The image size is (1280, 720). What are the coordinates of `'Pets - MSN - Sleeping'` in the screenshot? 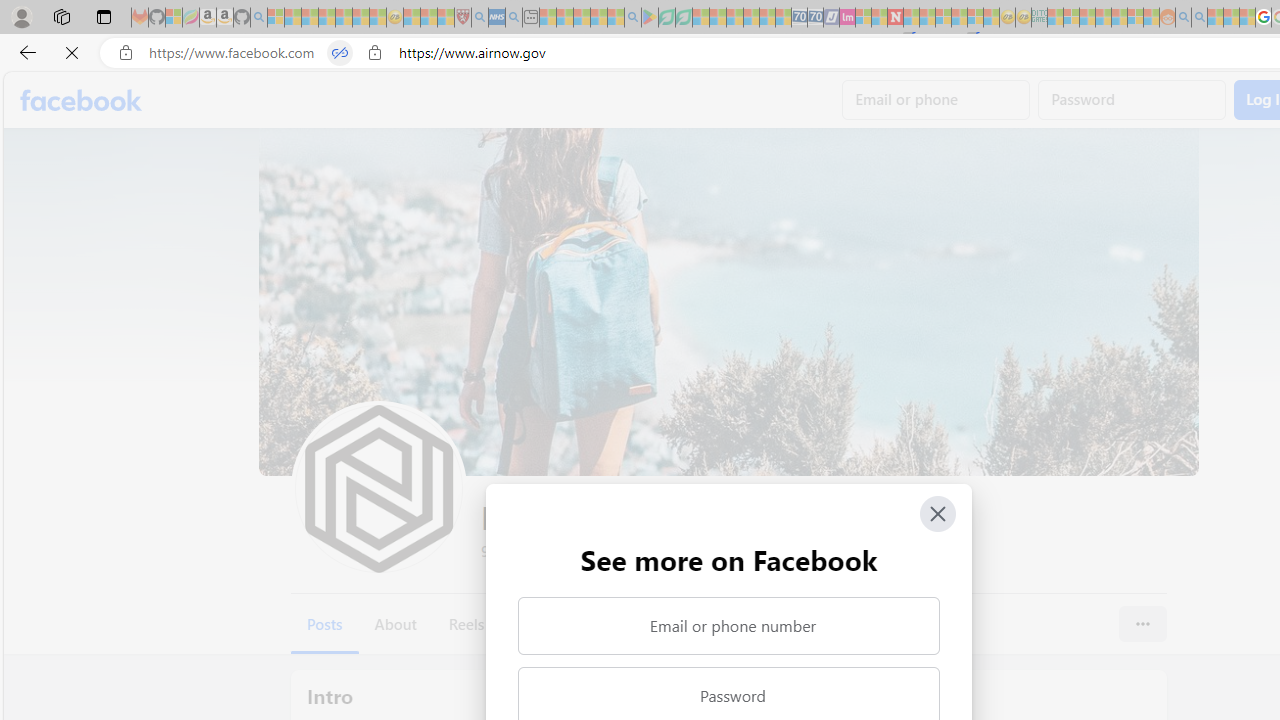 It's located at (598, 17).